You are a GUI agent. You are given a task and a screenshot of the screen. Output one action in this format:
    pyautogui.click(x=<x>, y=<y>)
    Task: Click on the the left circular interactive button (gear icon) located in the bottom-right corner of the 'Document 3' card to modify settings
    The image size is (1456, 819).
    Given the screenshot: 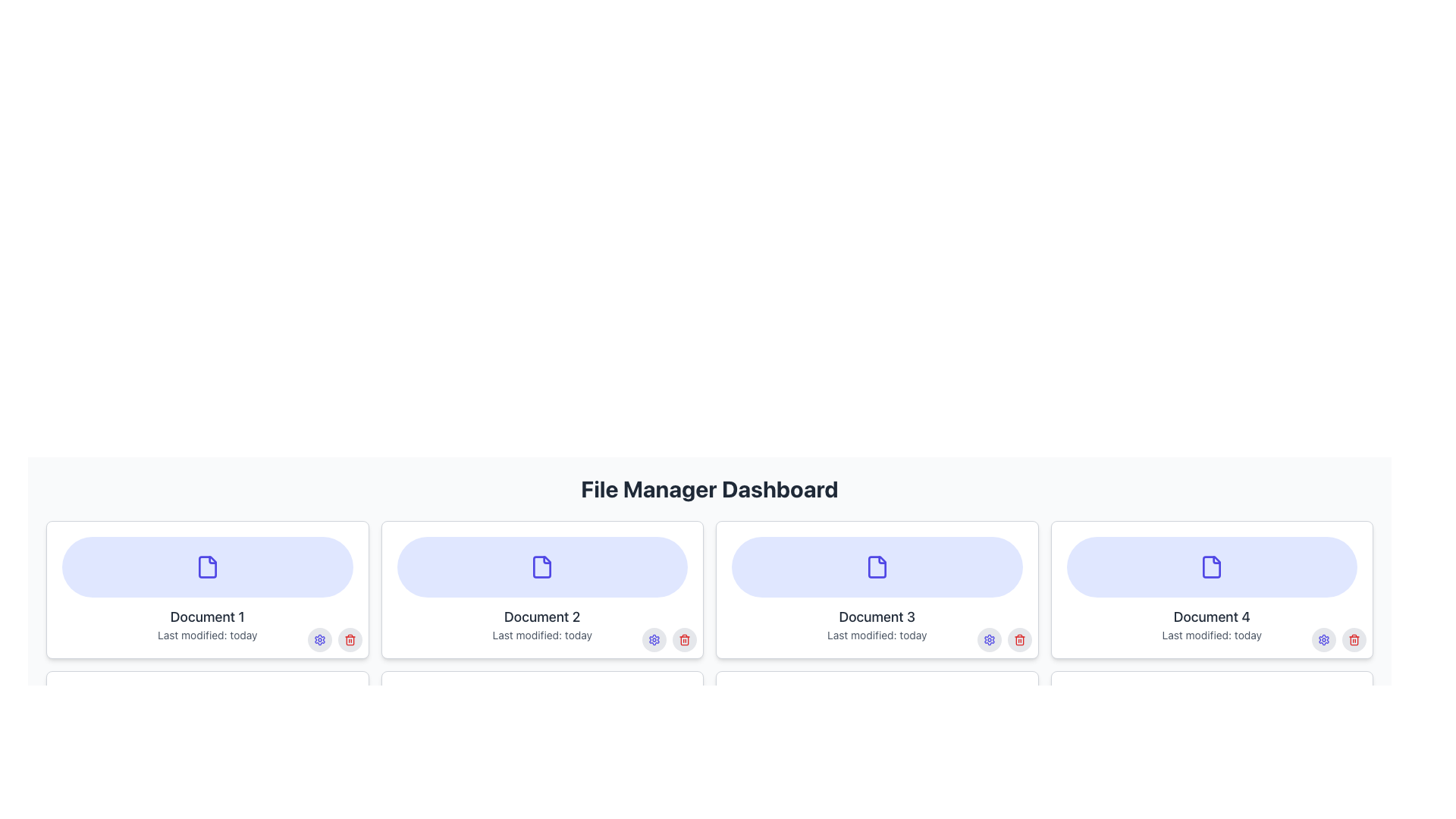 What is the action you would take?
    pyautogui.click(x=1004, y=640)
    